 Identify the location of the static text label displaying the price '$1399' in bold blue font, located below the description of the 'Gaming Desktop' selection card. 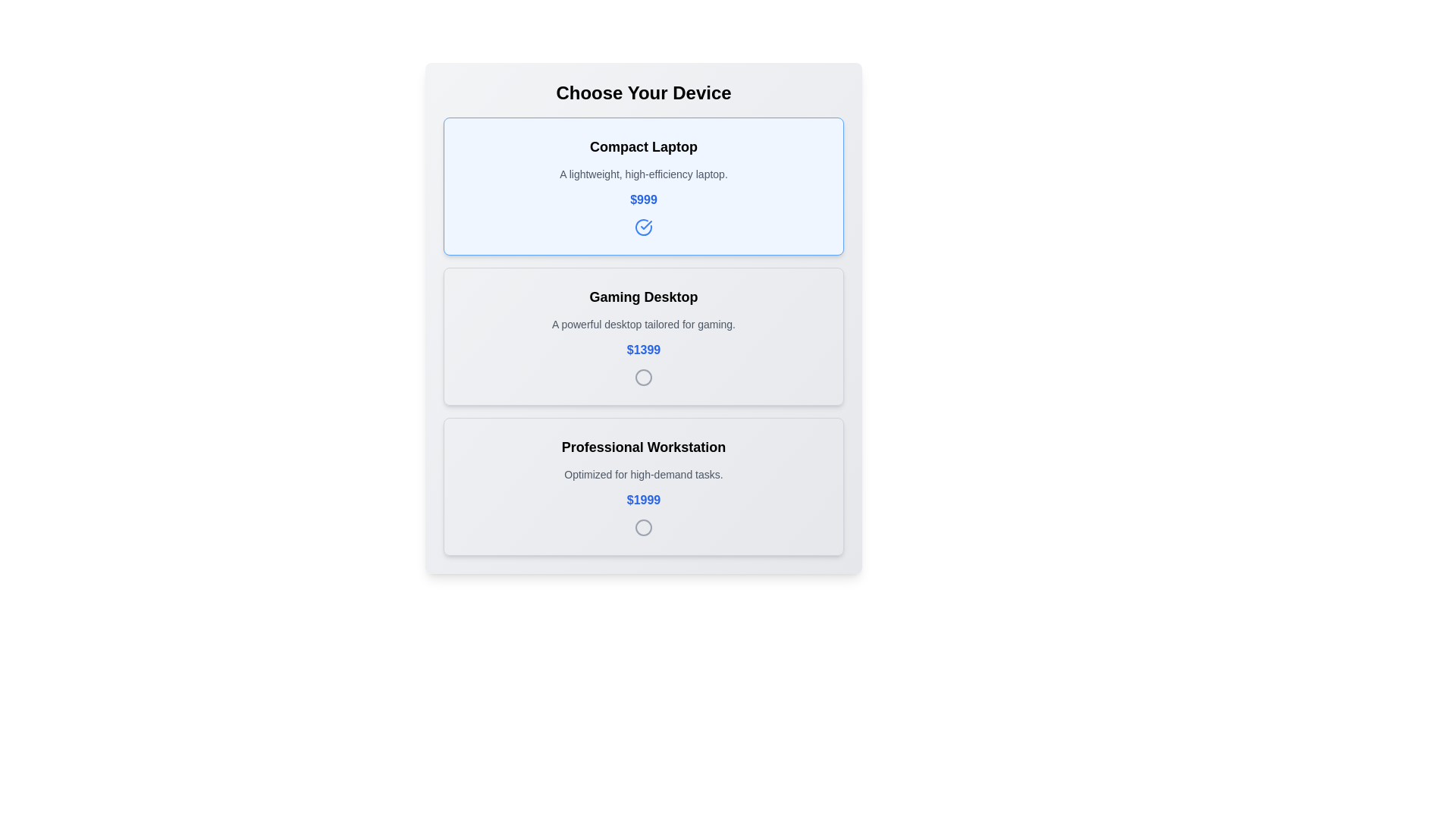
(644, 350).